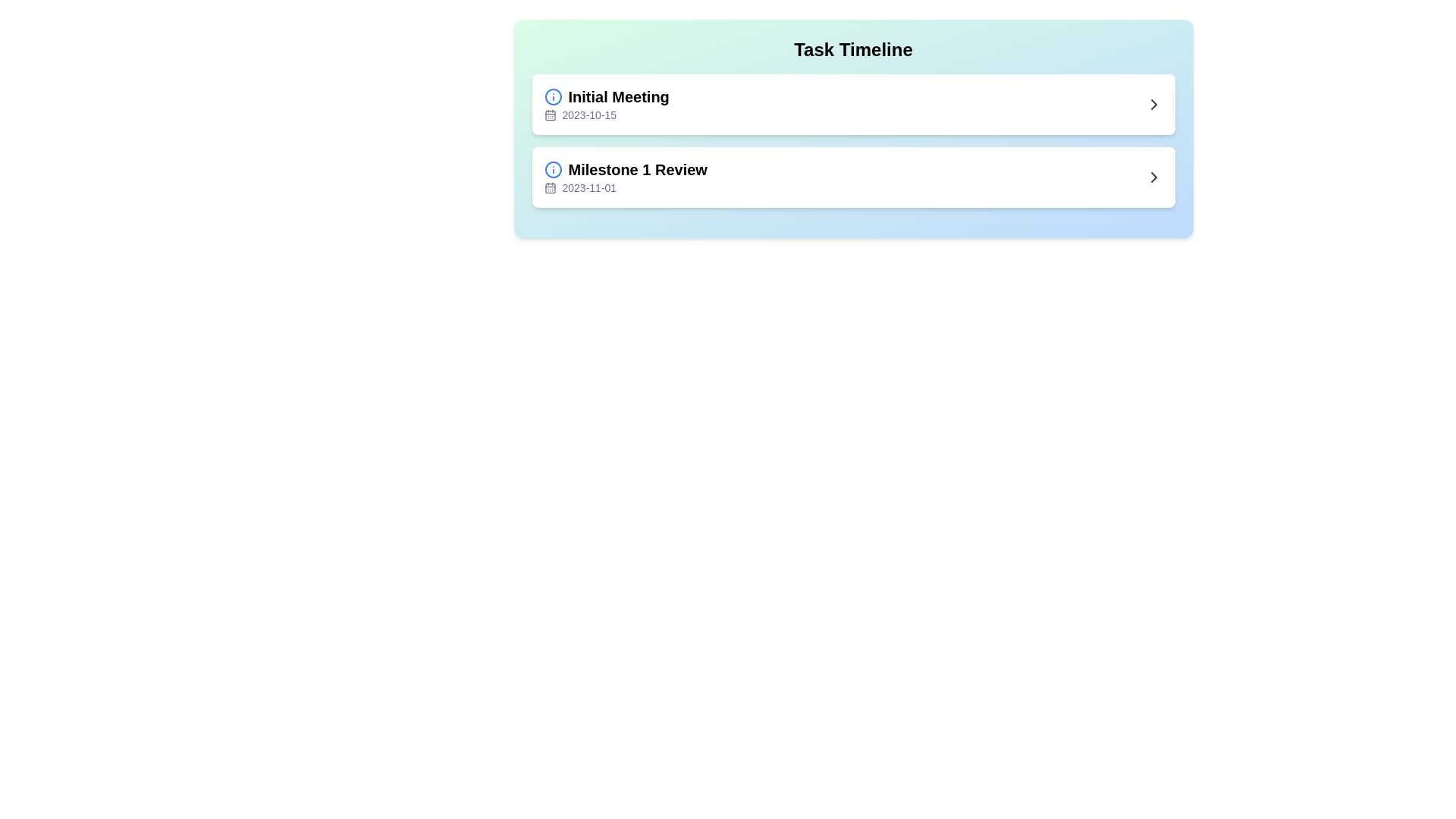 Image resolution: width=1456 pixels, height=819 pixels. What do you see at coordinates (1153, 104) in the screenshot?
I see `the right-facing chevron-shaped icon button at the far-right end of the 'Initial Meeting 2023-10-15' list item` at bounding box center [1153, 104].